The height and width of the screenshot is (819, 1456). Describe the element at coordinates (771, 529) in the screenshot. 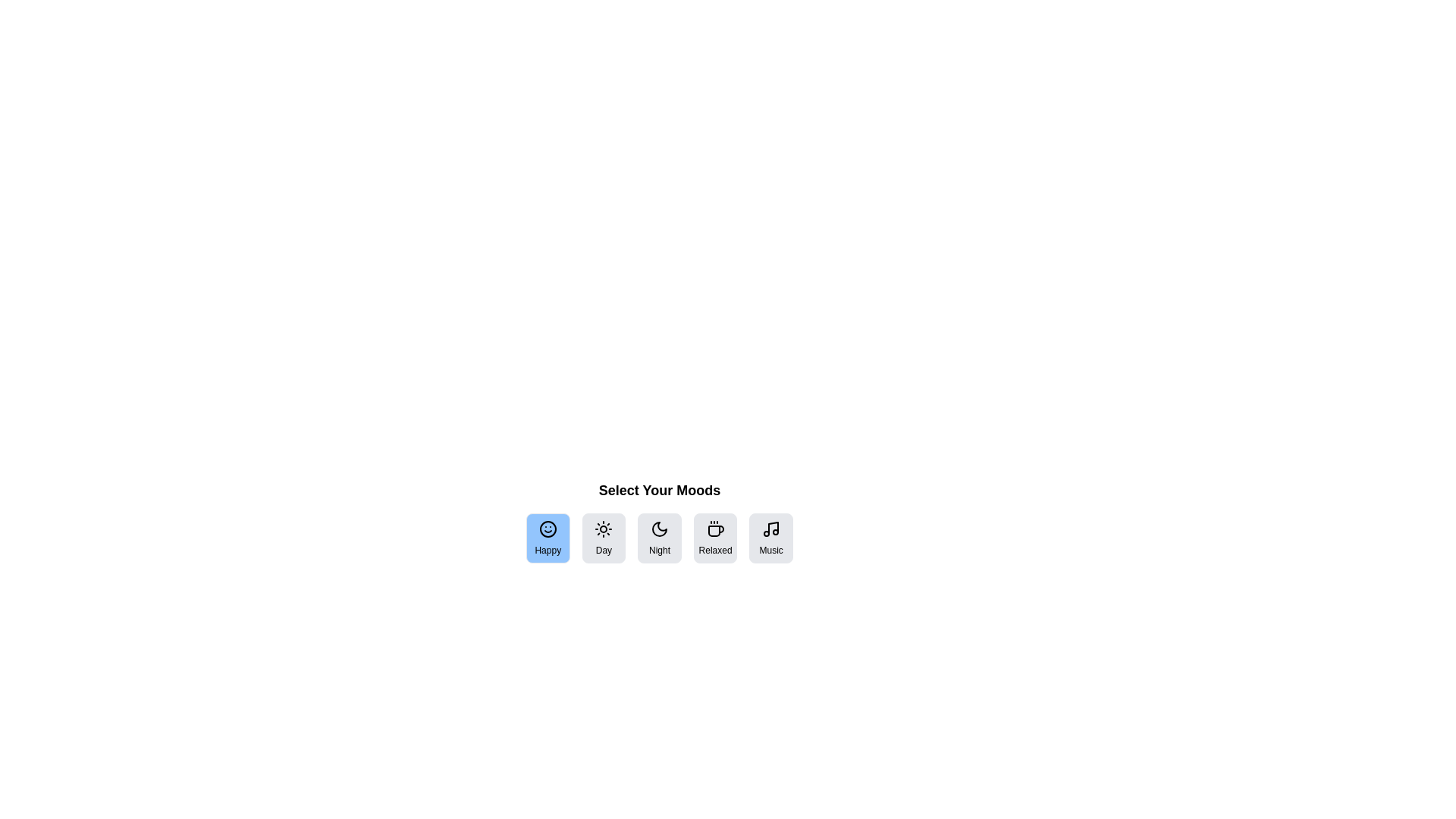

I see `the 'Music' mood icon located at the bottom-right of the interface, which is the last interactive button in the row of mood options` at that location.